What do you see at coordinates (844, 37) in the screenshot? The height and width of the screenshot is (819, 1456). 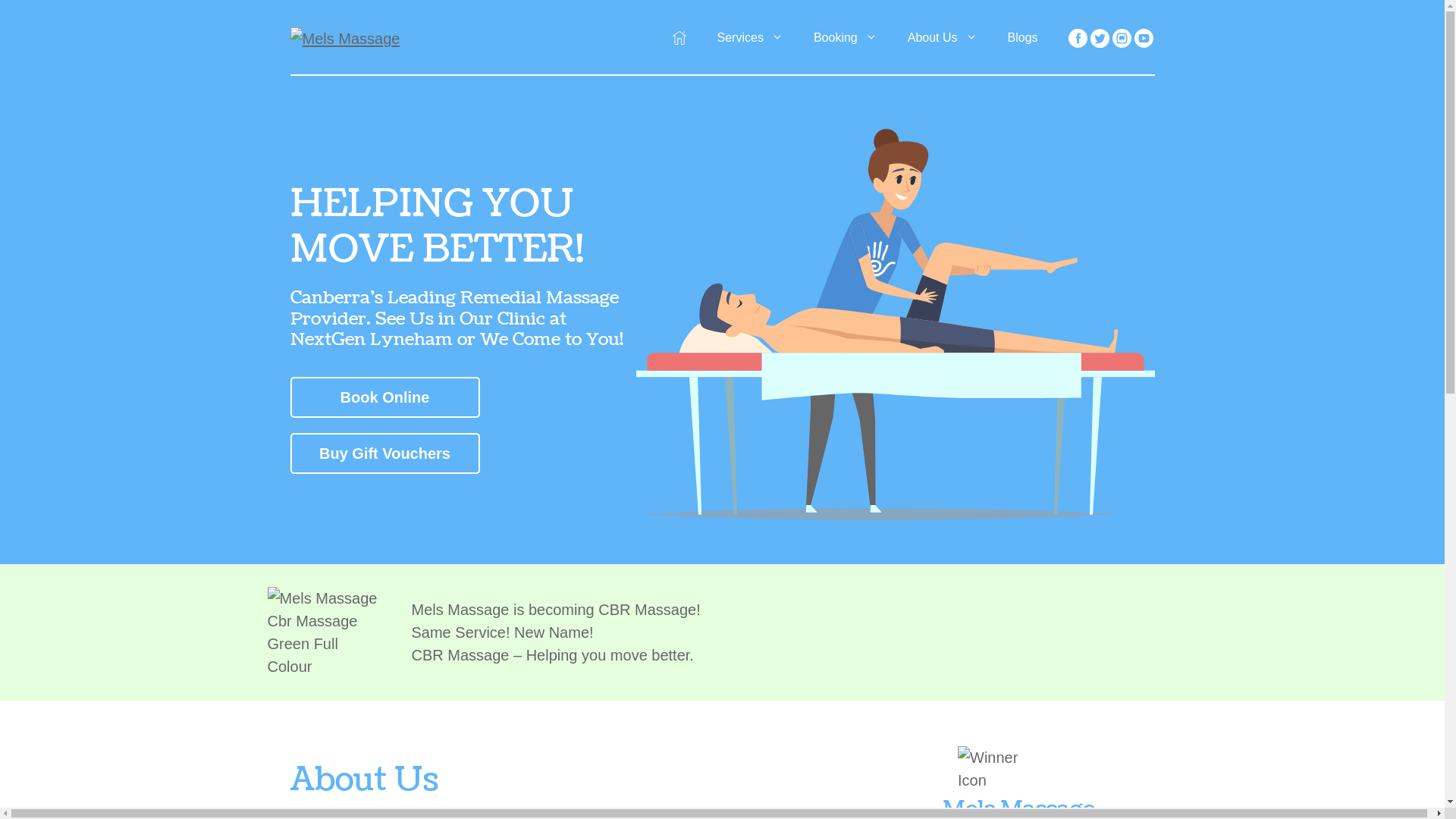 I see `'Booking'` at bounding box center [844, 37].